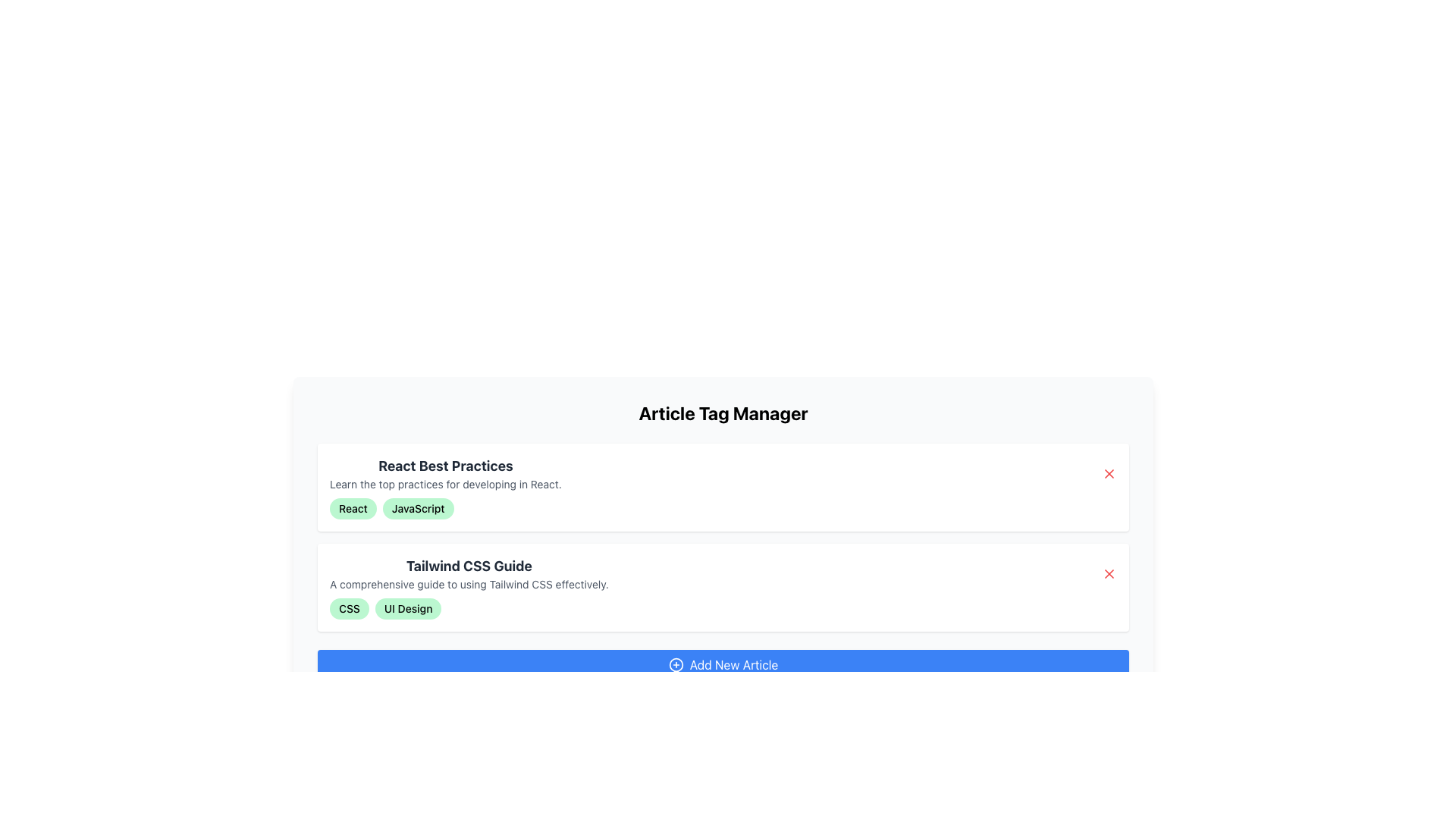  Describe the element at coordinates (1109, 573) in the screenshot. I see `the delete icon located at the far right of the second row, adjacent to the article metadata and tags for the 'Tailwind CSS Guide' entry` at that location.